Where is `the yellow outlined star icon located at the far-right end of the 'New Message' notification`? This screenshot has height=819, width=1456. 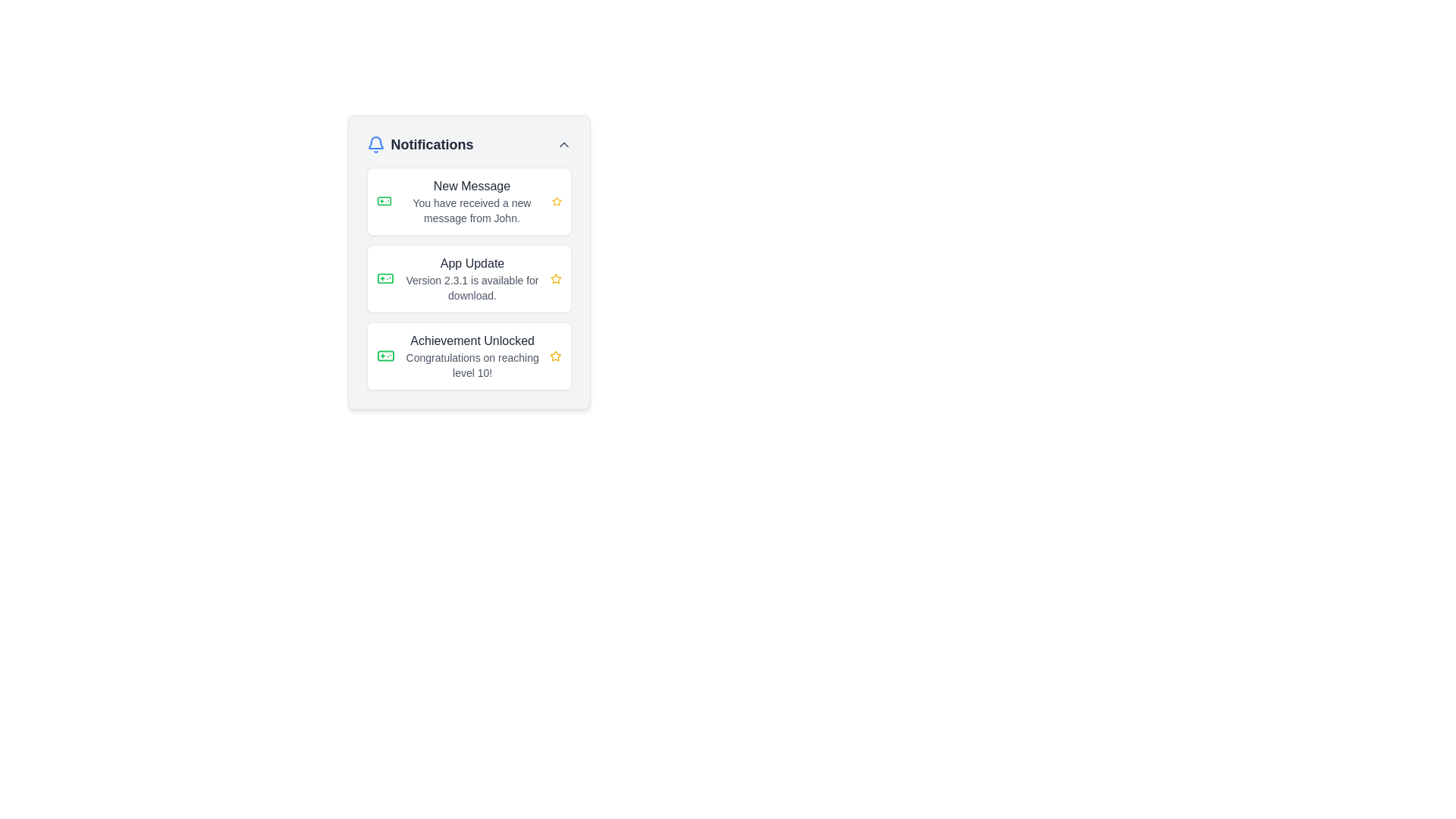 the yellow outlined star icon located at the far-right end of the 'New Message' notification is located at coordinates (556, 201).